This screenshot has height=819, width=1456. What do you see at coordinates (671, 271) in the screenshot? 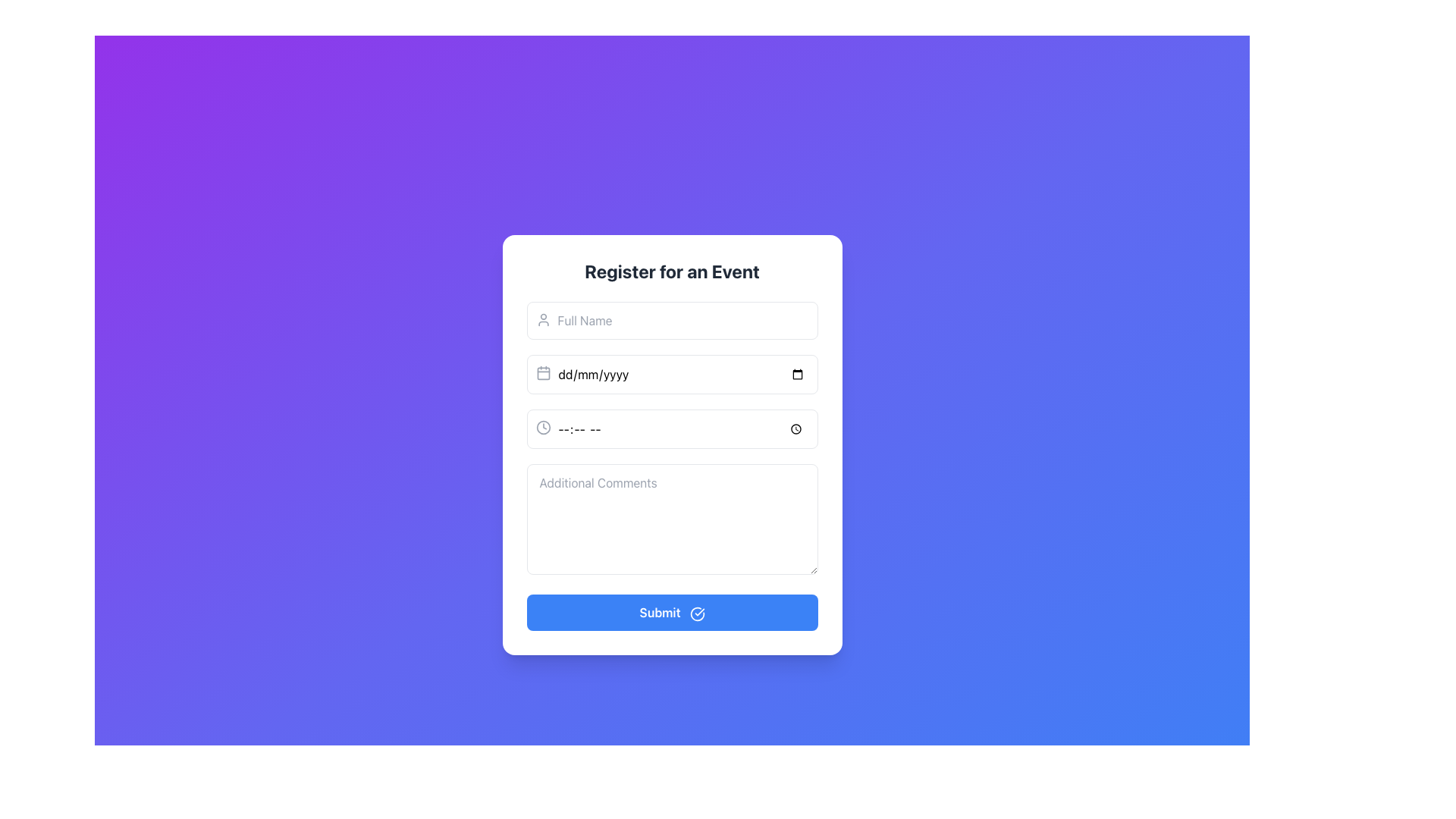
I see `static text heading at the top of the event registration form, which indicates the purpose of the form` at bounding box center [671, 271].